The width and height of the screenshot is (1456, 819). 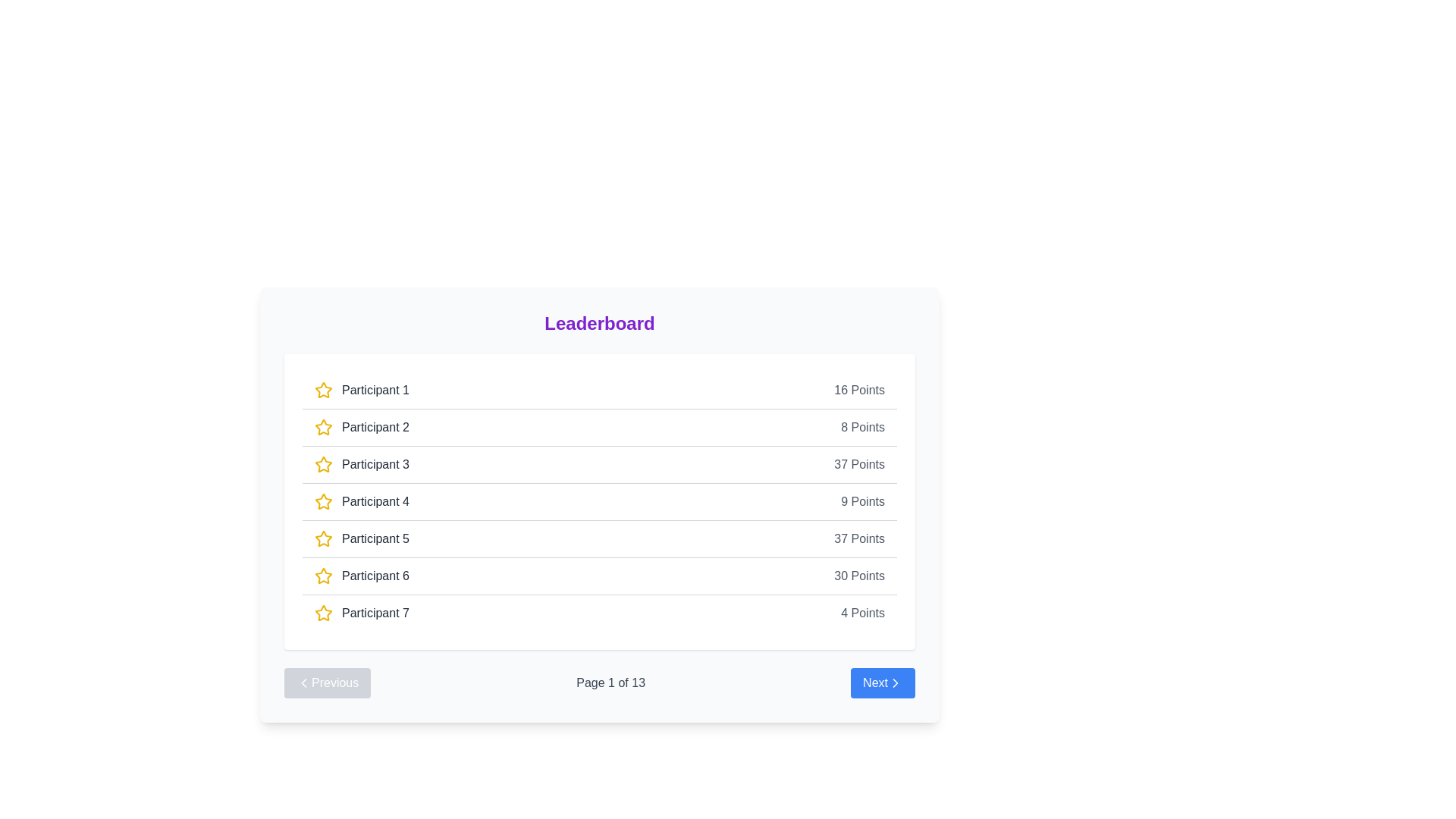 What do you see at coordinates (361, 538) in the screenshot?
I see `text displayed in the fifth row of the ranked leaderboard, which shows the name of a participant, centrally aligned and to the right of the star icon` at bounding box center [361, 538].